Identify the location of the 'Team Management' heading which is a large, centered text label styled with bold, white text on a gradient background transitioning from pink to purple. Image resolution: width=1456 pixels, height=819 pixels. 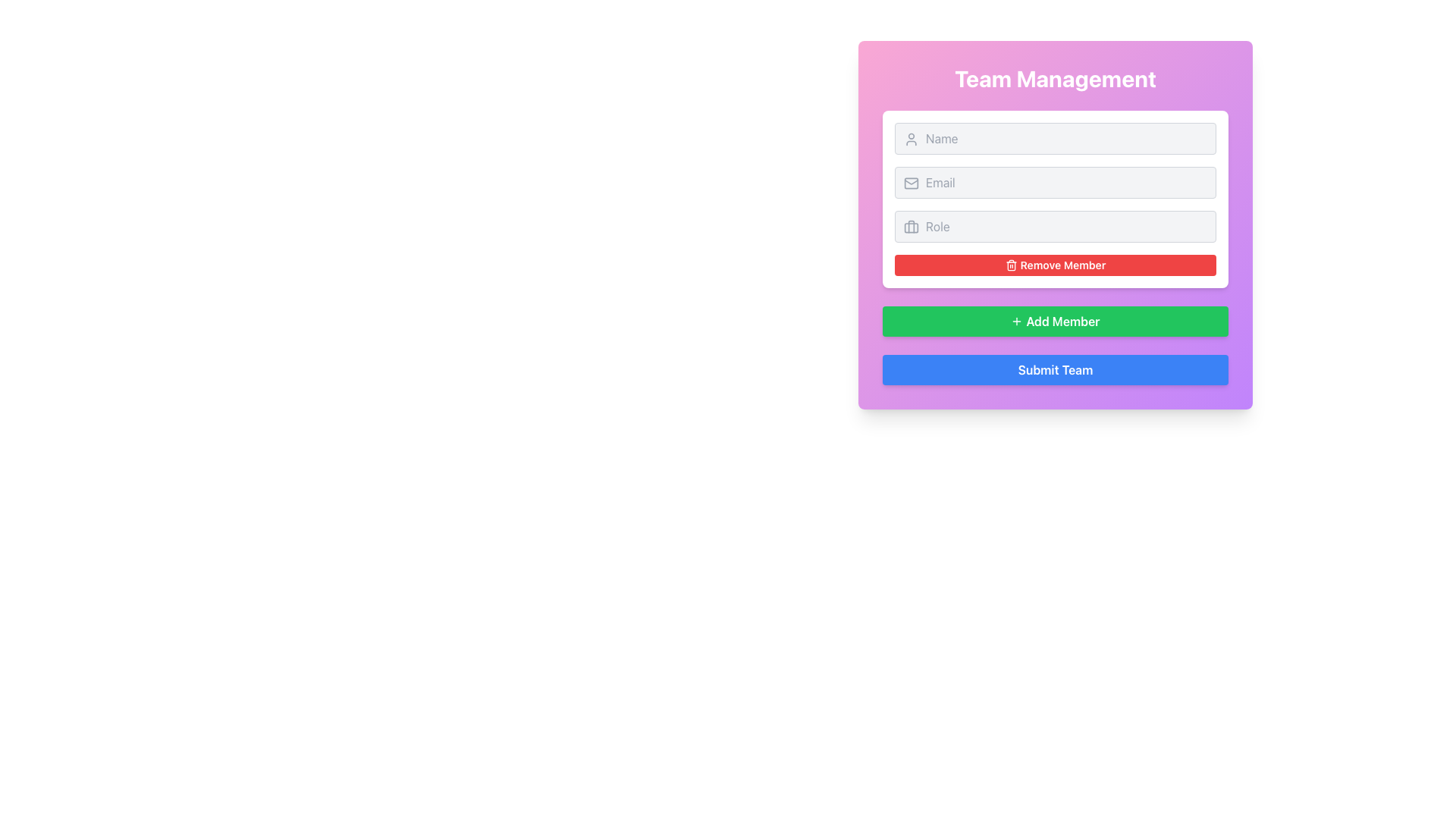
(1055, 79).